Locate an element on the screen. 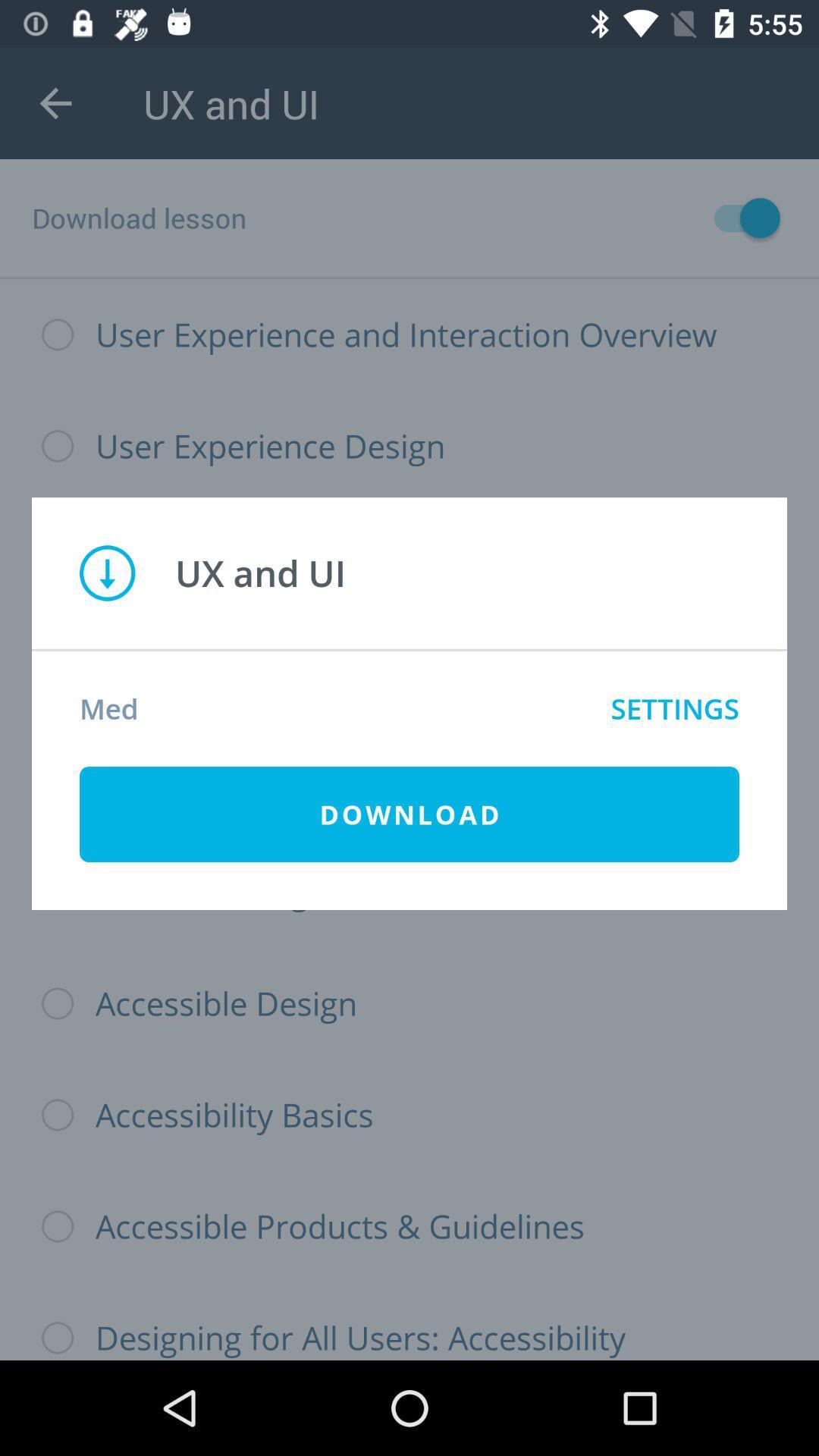  icon next to med icon is located at coordinates (674, 708).